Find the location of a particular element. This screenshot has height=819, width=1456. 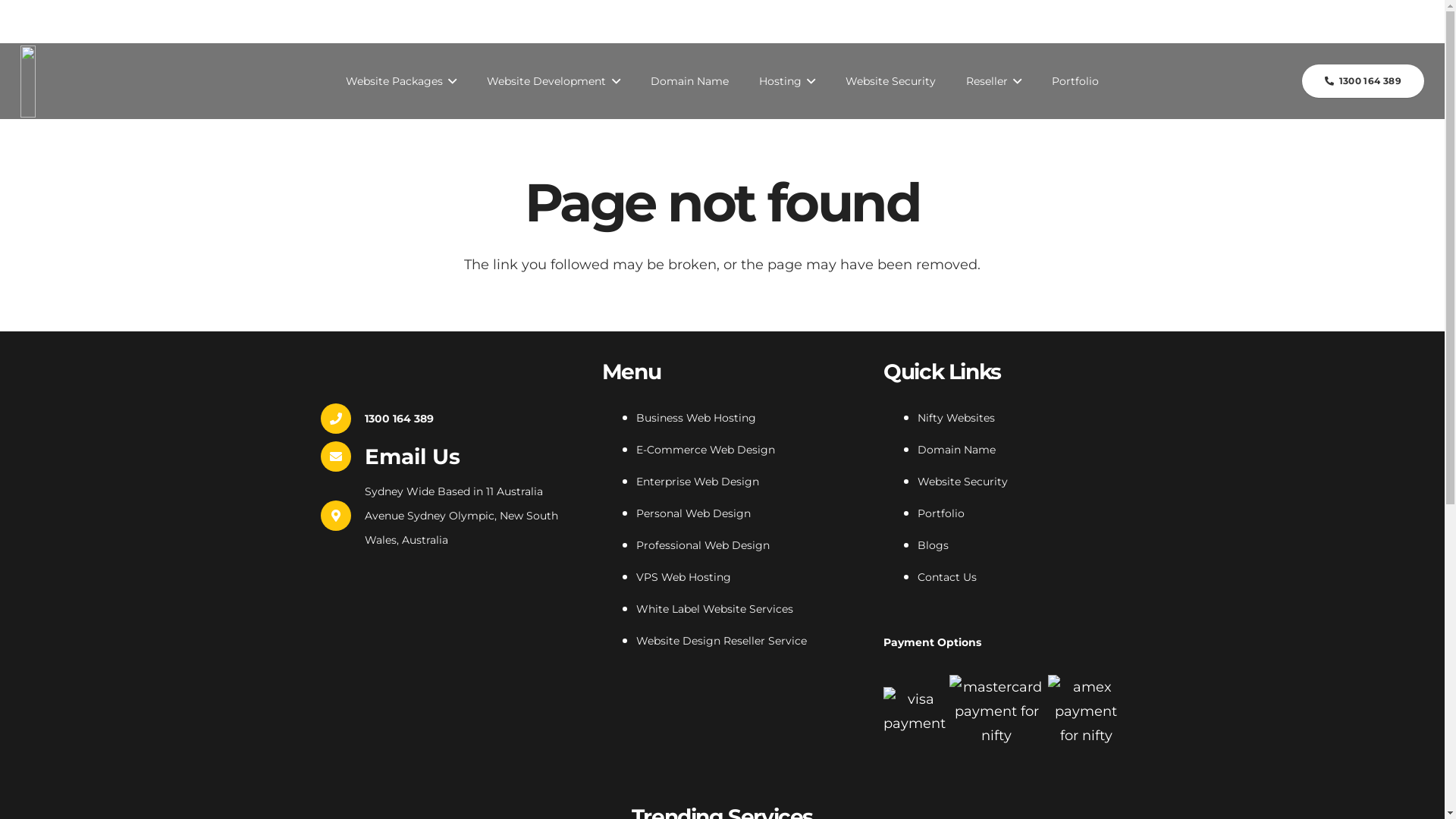

'VPS Web Hosting' is located at coordinates (682, 576).